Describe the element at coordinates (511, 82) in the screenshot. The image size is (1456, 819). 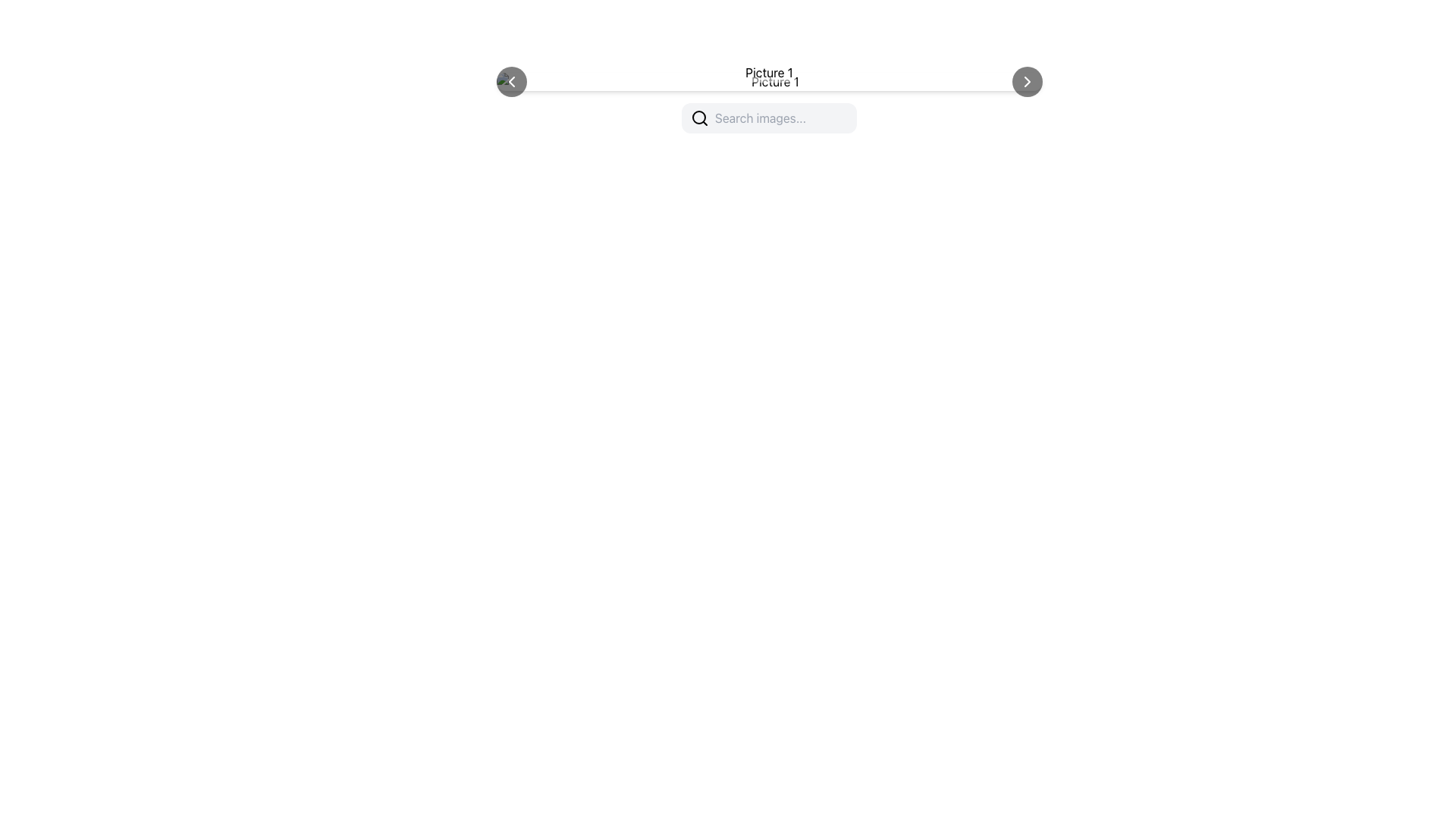
I see `the circular button with a dark gray background and a left-pointing chevron` at that location.